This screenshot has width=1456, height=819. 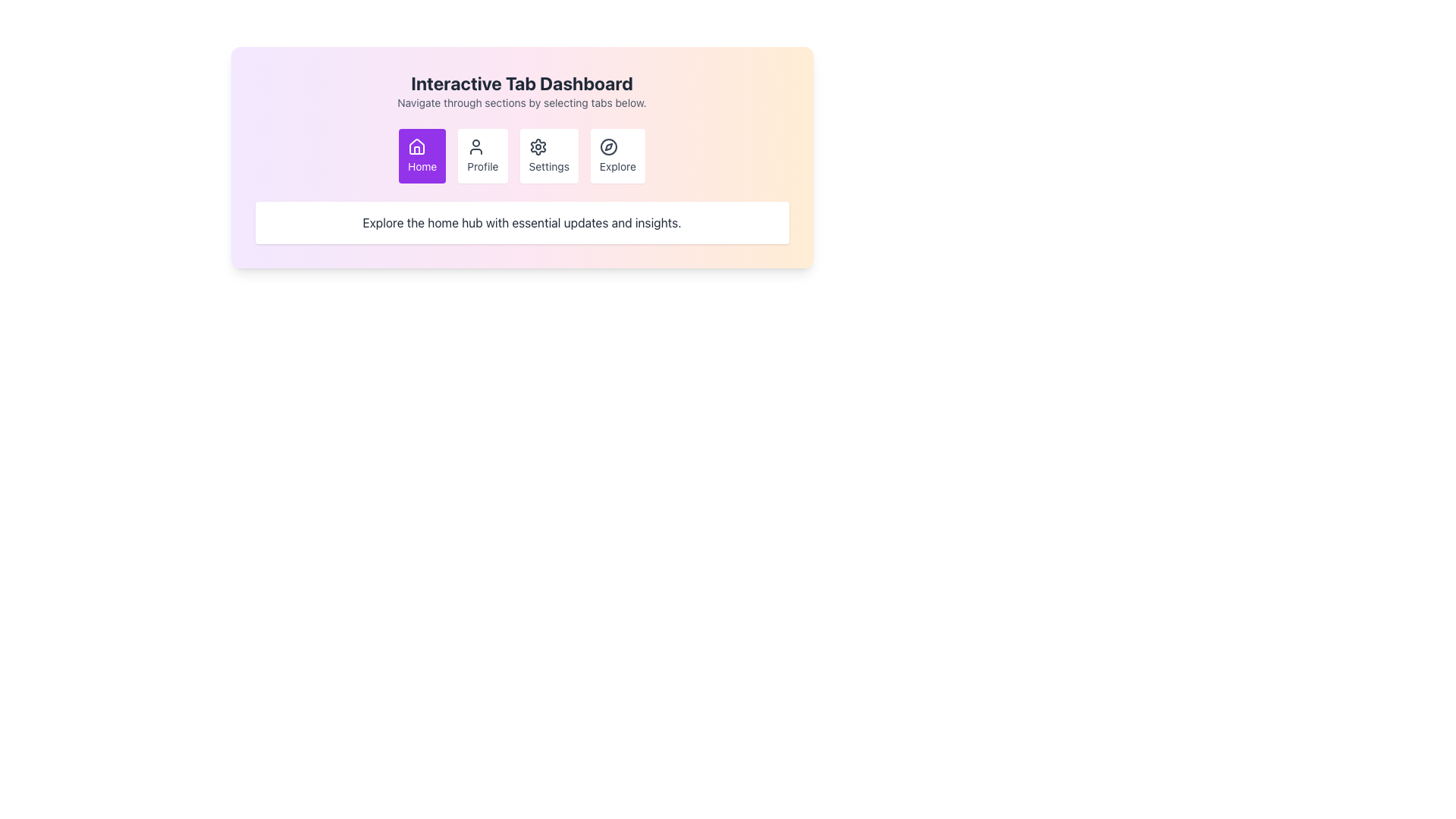 What do you see at coordinates (548, 155) in the screenshot?
I see `the button that navigates to the Settings section of the application, located under the 'Interactive Tab Dashboard' header, as the third button from the left, to interact with accessibility features` at bounding box center [548, 155].